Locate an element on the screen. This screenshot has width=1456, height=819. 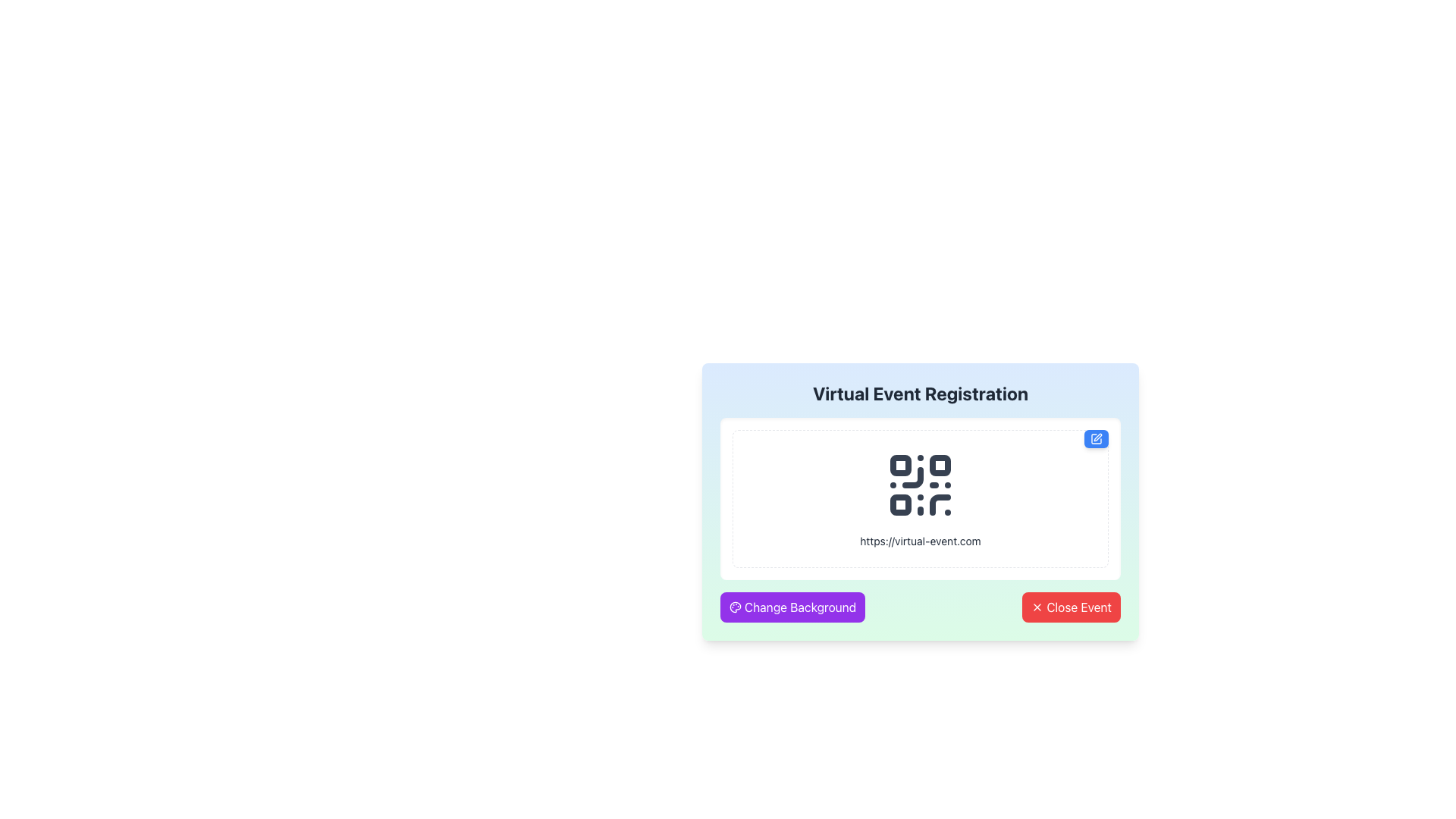
the decorative part of the QR code icon, specifically the small rounded rectangle located in the top-right quadrant of the QR code is located at coordinates (939, 464).